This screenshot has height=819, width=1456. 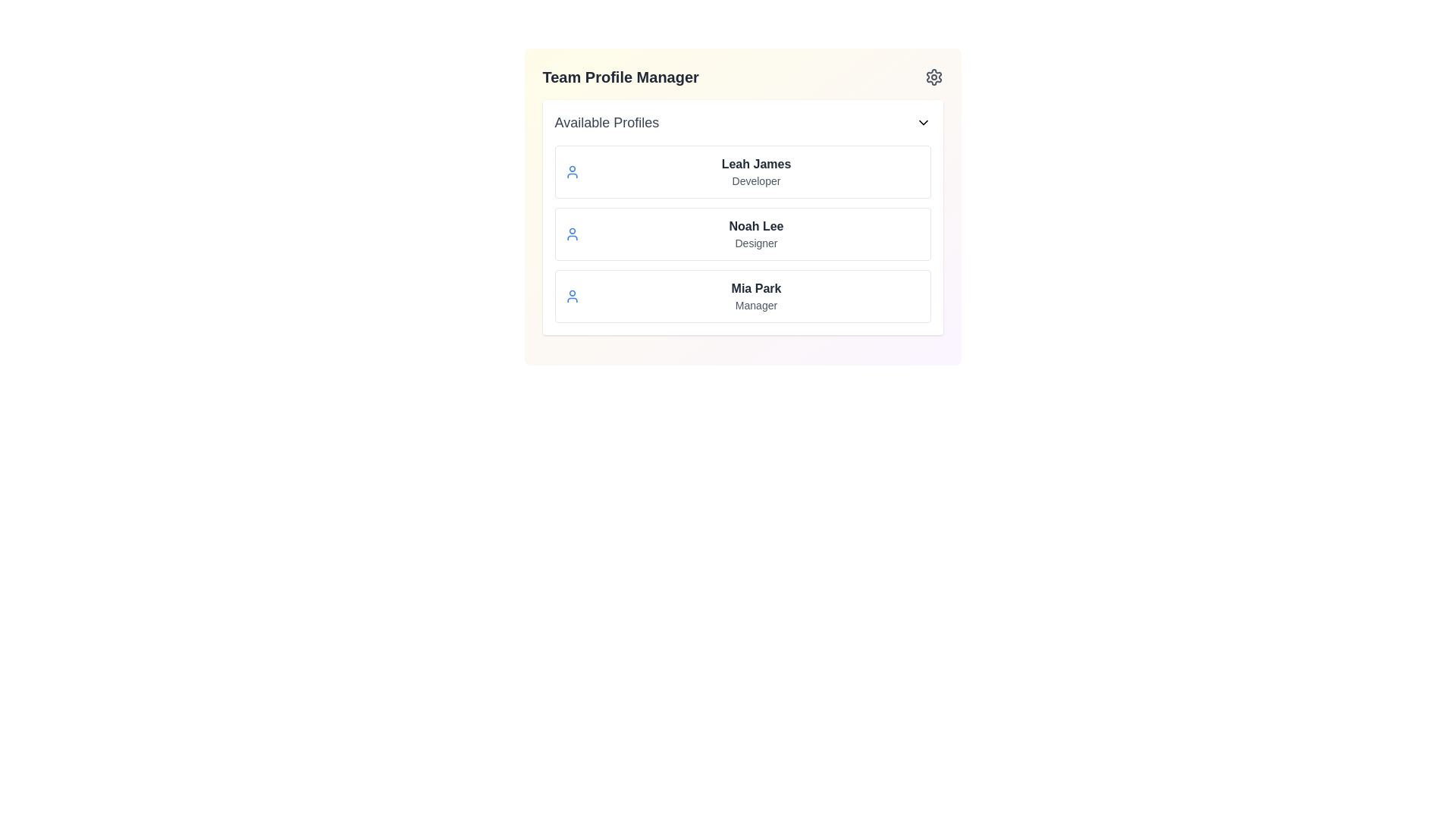 What do you see at coordinates (756, 180) in the screenshot?
I see `the text label indicating the profession or position associated with the profile of 'Leah James', located directly beneath her name in the user profile section` at bounding box center [756, 180].